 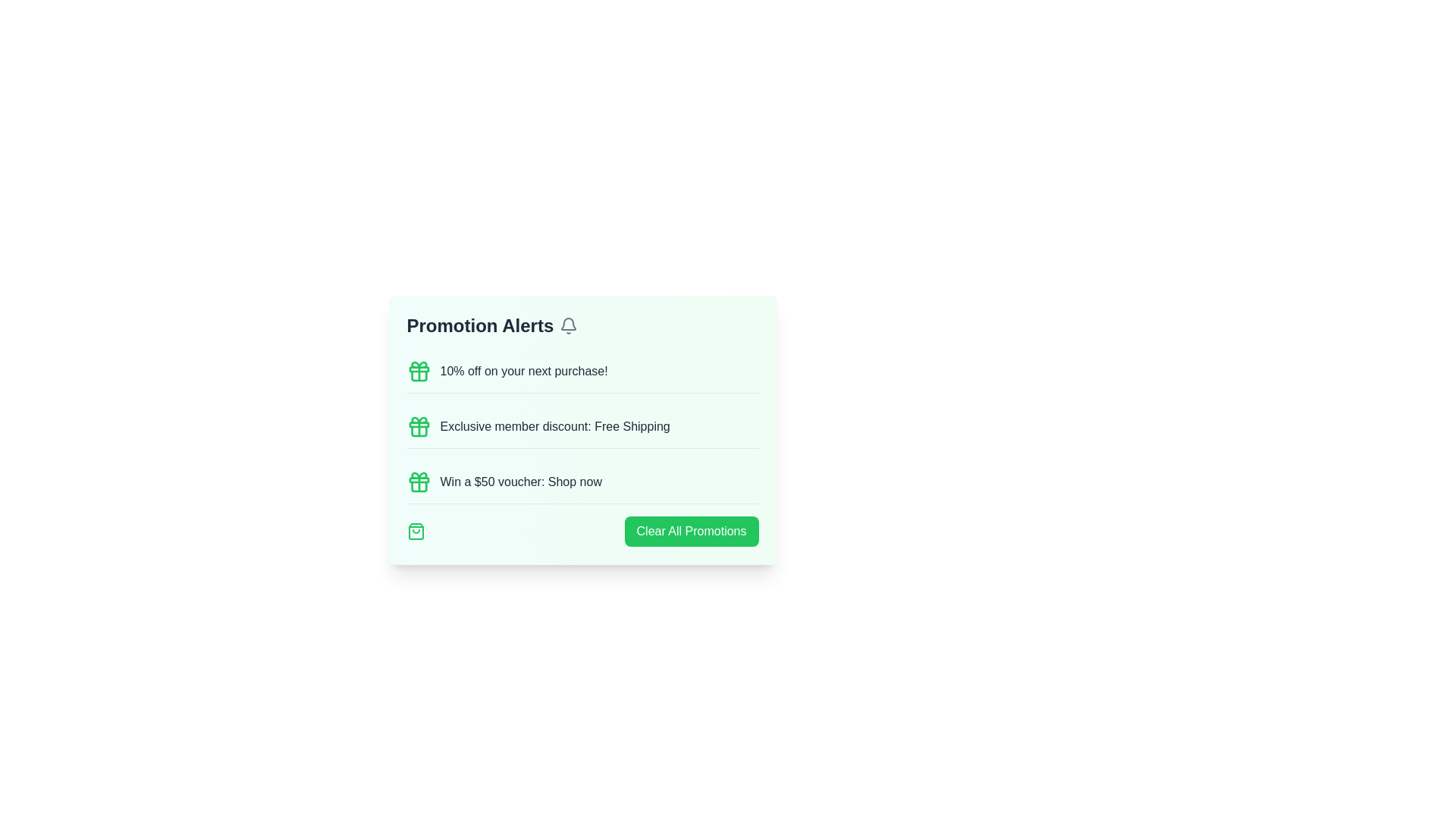 I want to click on the bell-shaped icon with a thin outline and light gray color located next to the 'Promotion Alerts' text, so click(x=568, y=325).